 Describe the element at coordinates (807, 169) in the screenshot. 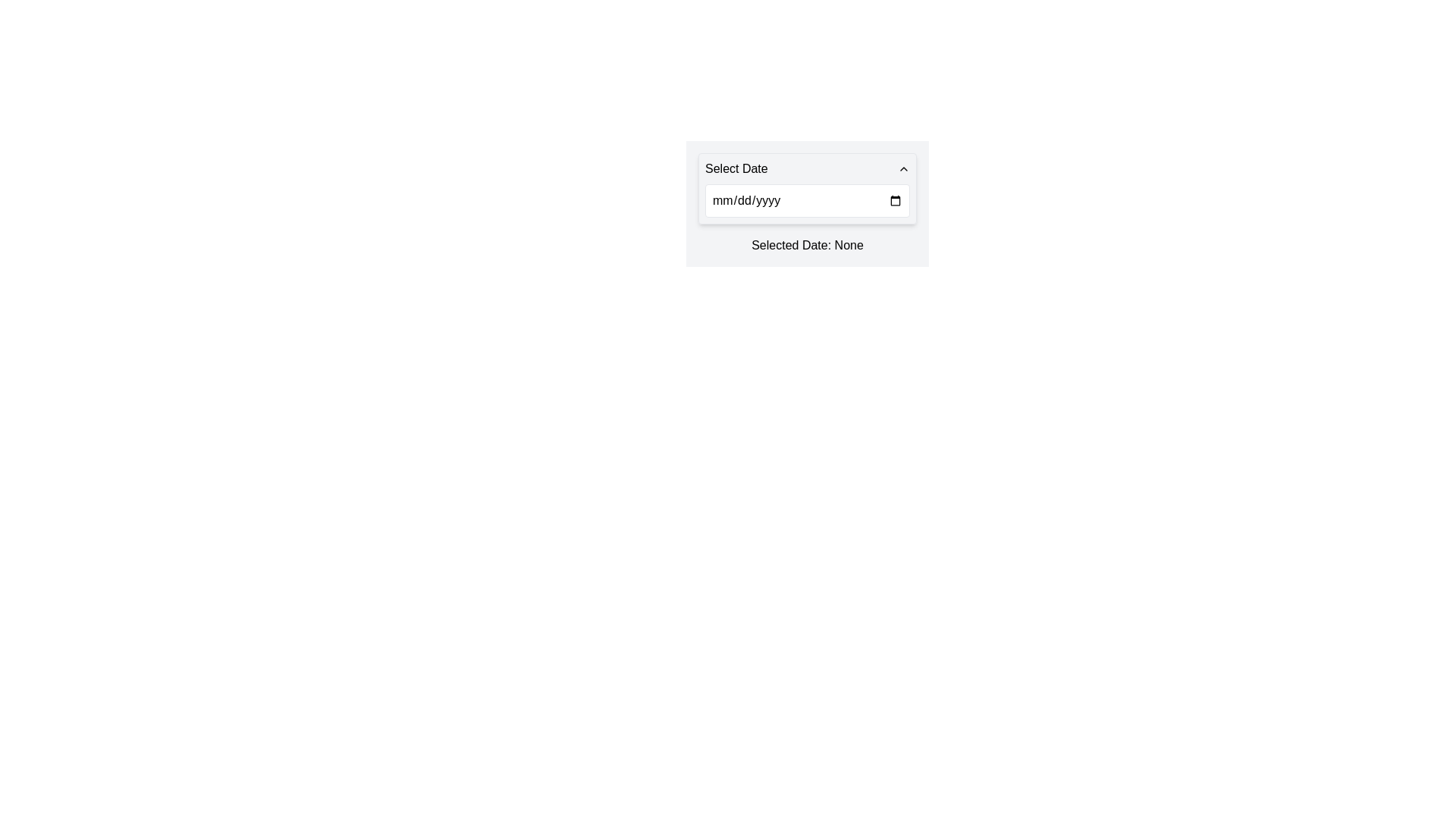

I see `the interactive label with the text 'Select Date' and an upward-pointing triangle icon for interaction` at that location.